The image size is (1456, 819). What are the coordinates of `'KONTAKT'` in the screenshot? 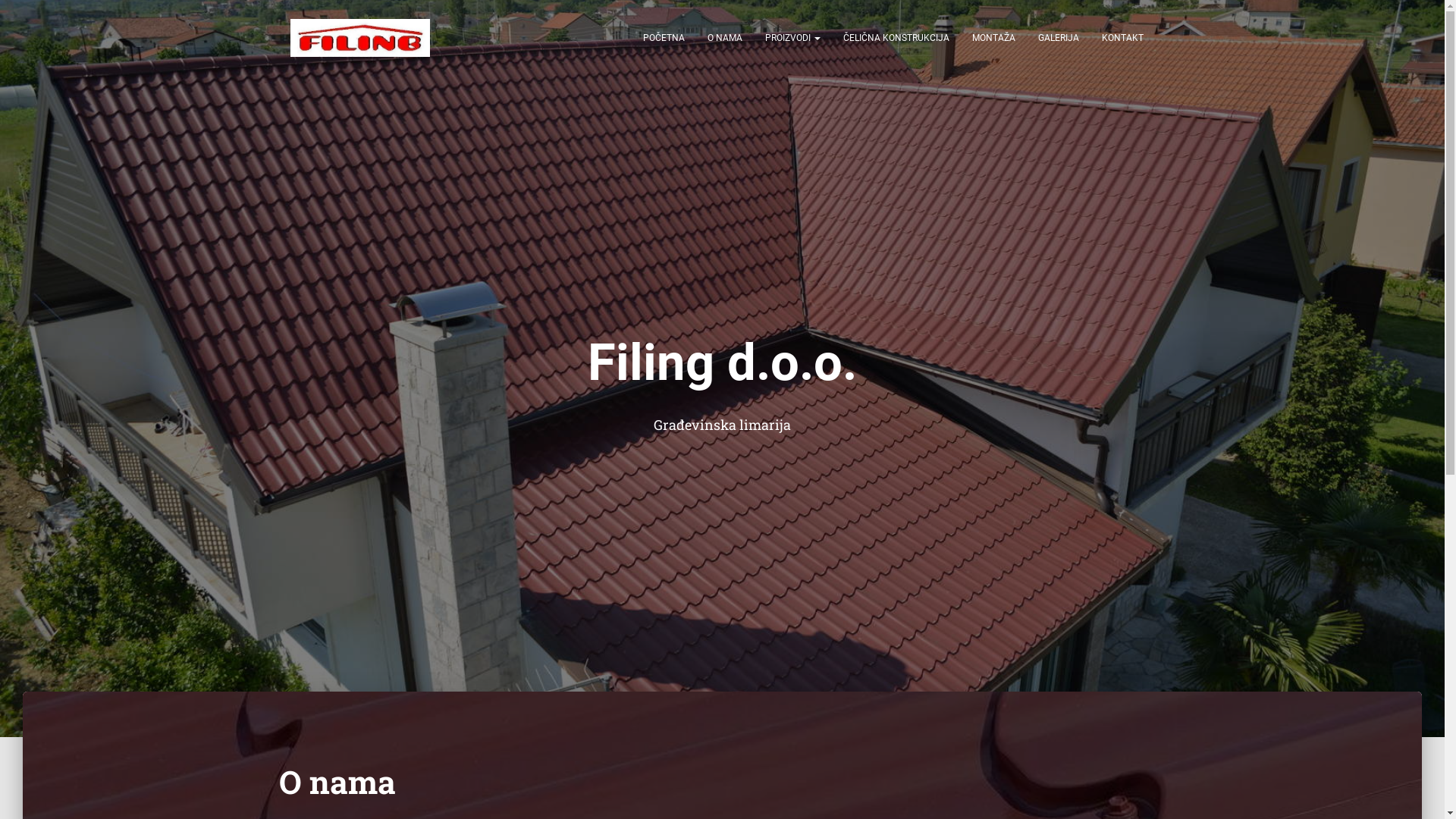 It's located at (1122, 37).